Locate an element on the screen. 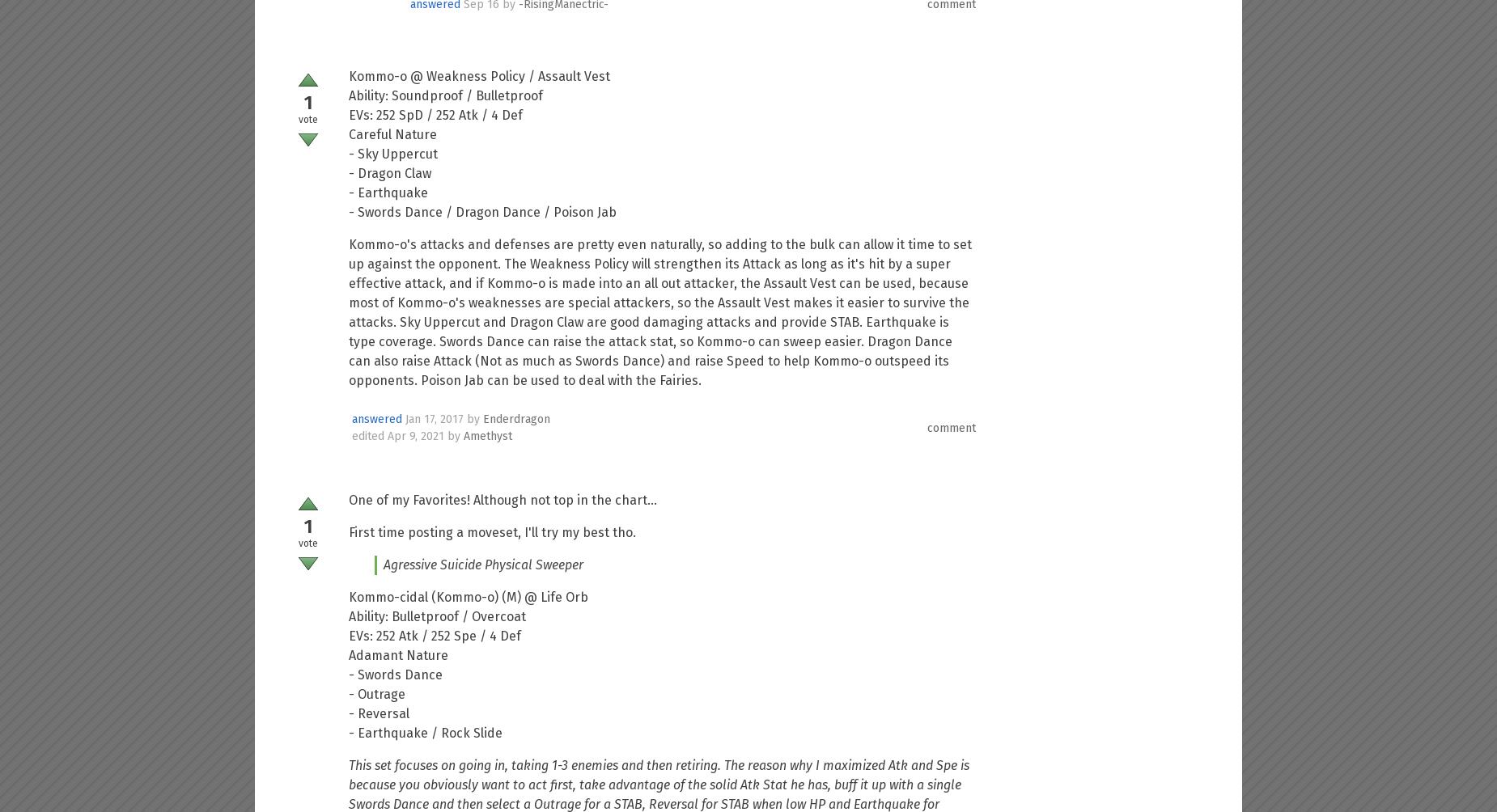 Image resolution: width=1497 pixels, height=812 pixels. '- Earthquake' is located at coordinates (388, 192).